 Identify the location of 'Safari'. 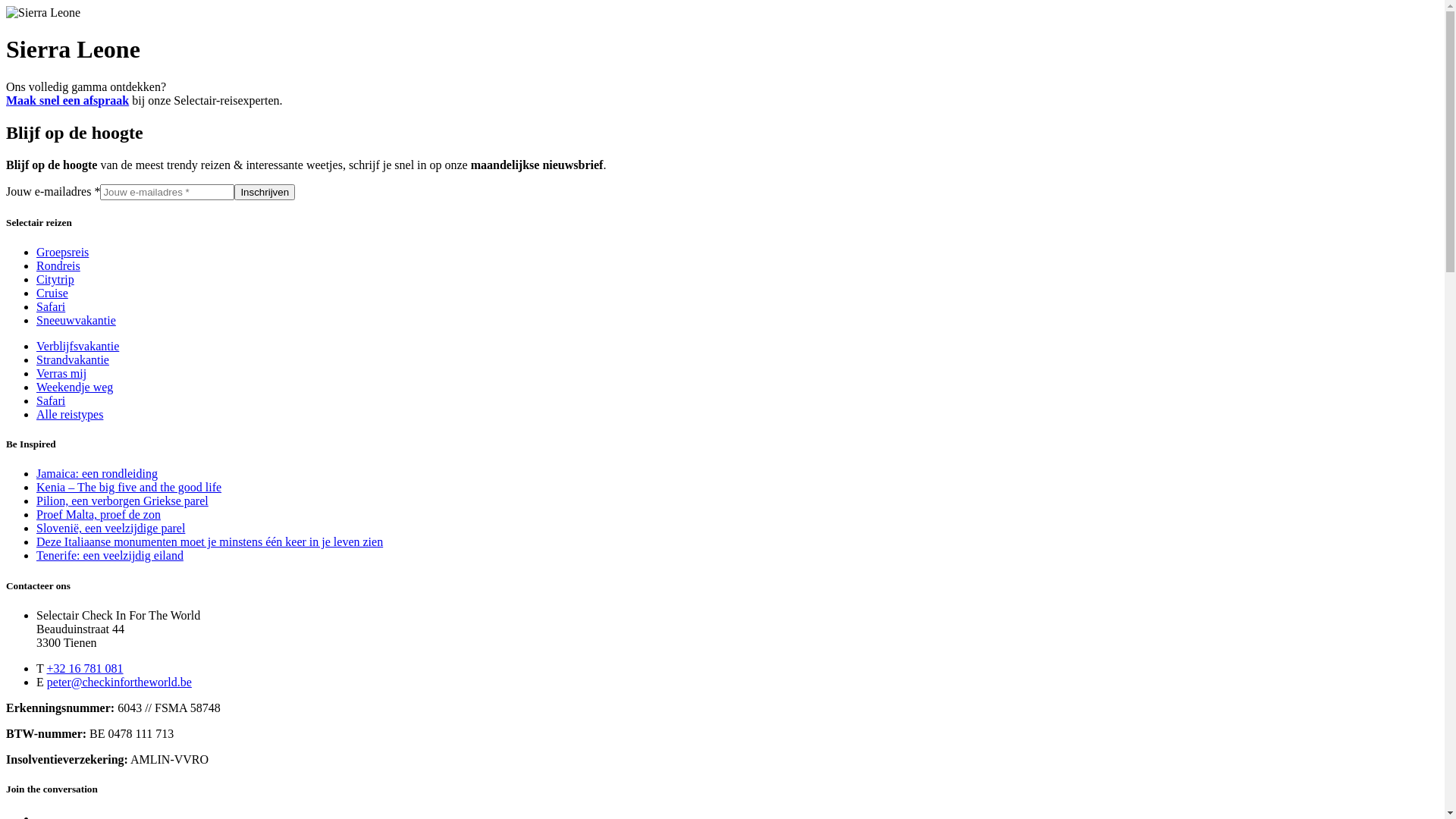
(51, 400).